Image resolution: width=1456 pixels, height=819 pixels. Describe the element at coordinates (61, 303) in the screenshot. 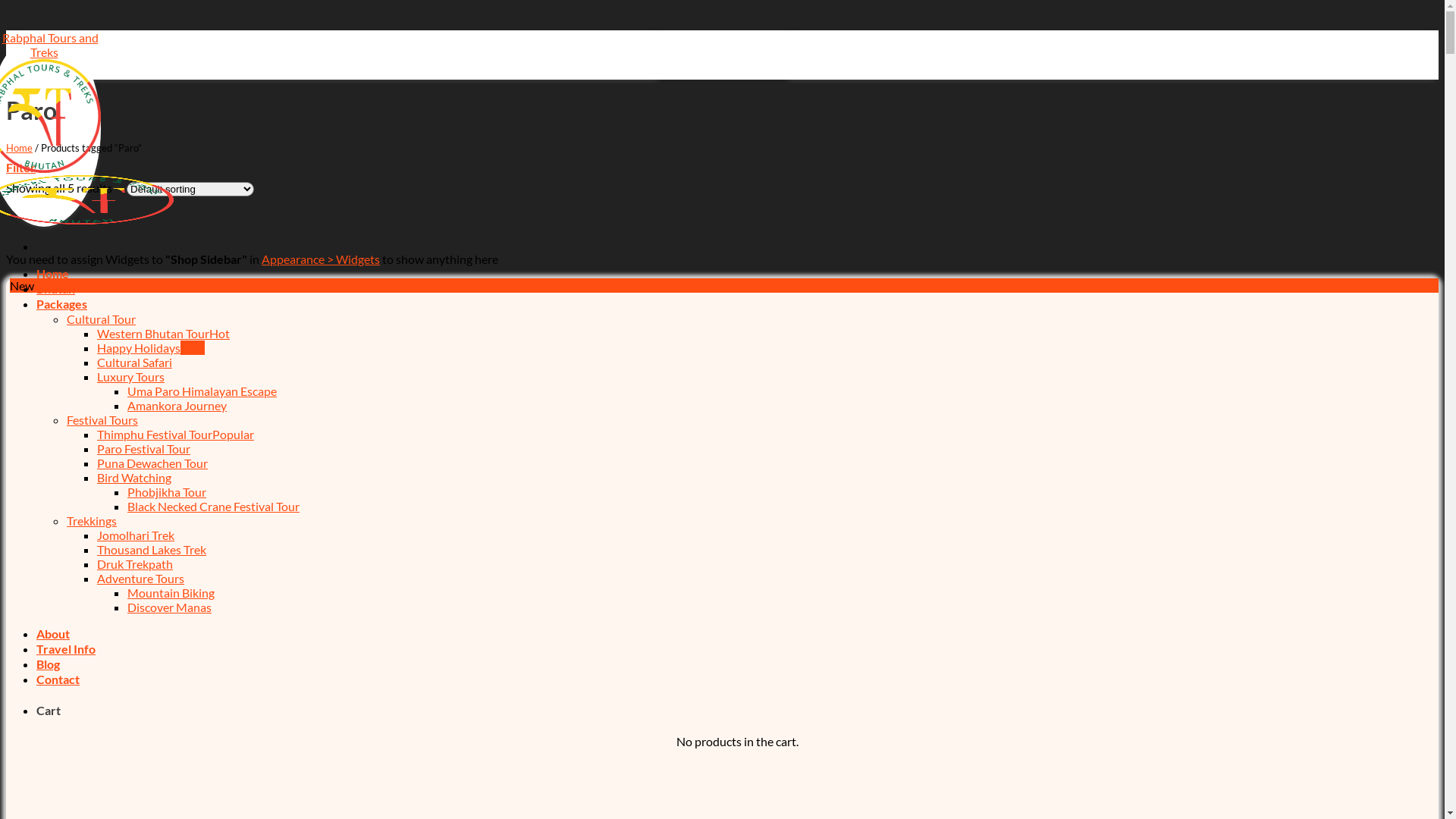

I see `'Packages'` at that location.